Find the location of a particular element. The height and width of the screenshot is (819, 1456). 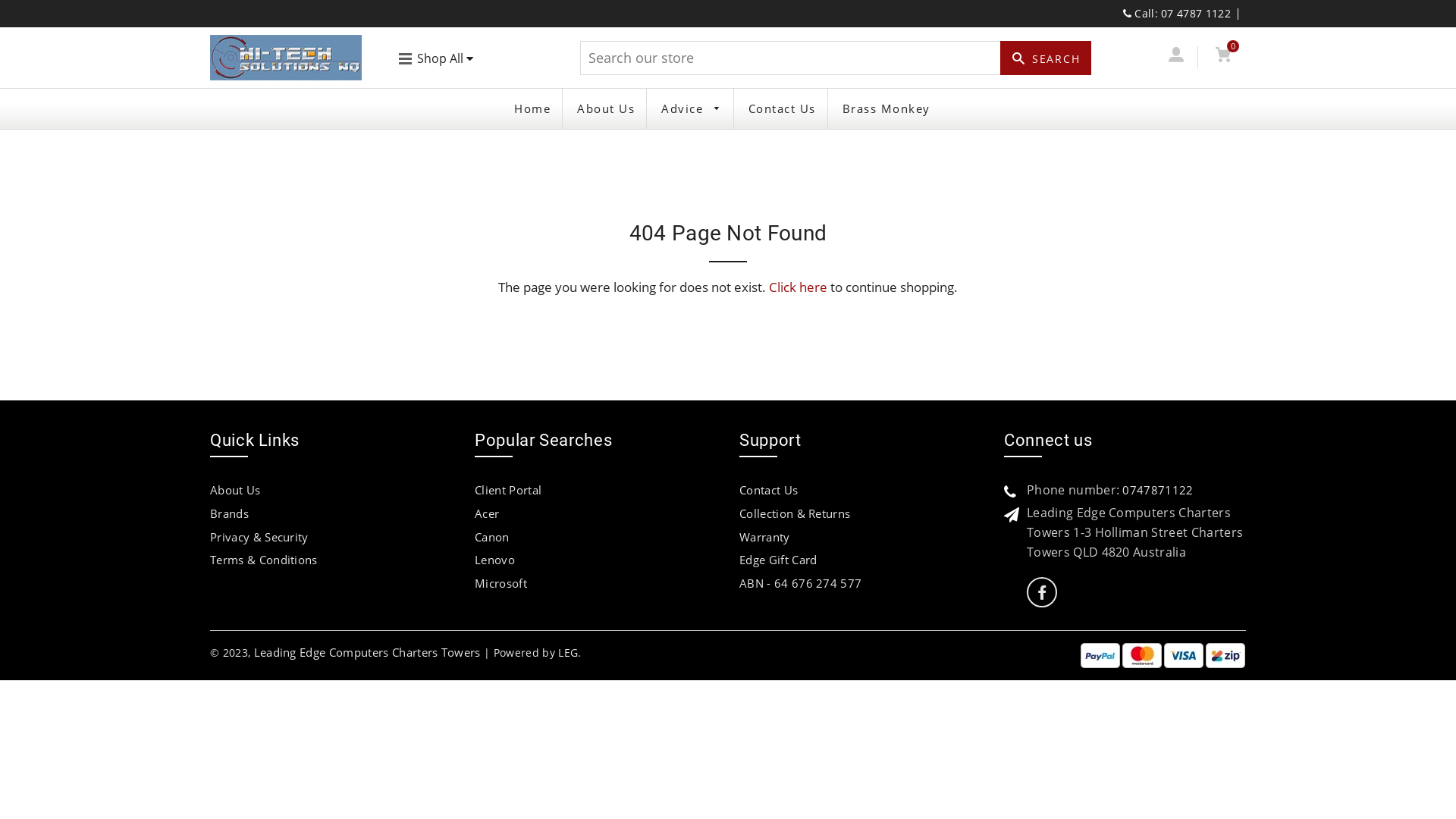

'Advice' is located at coordinates (650, 108).